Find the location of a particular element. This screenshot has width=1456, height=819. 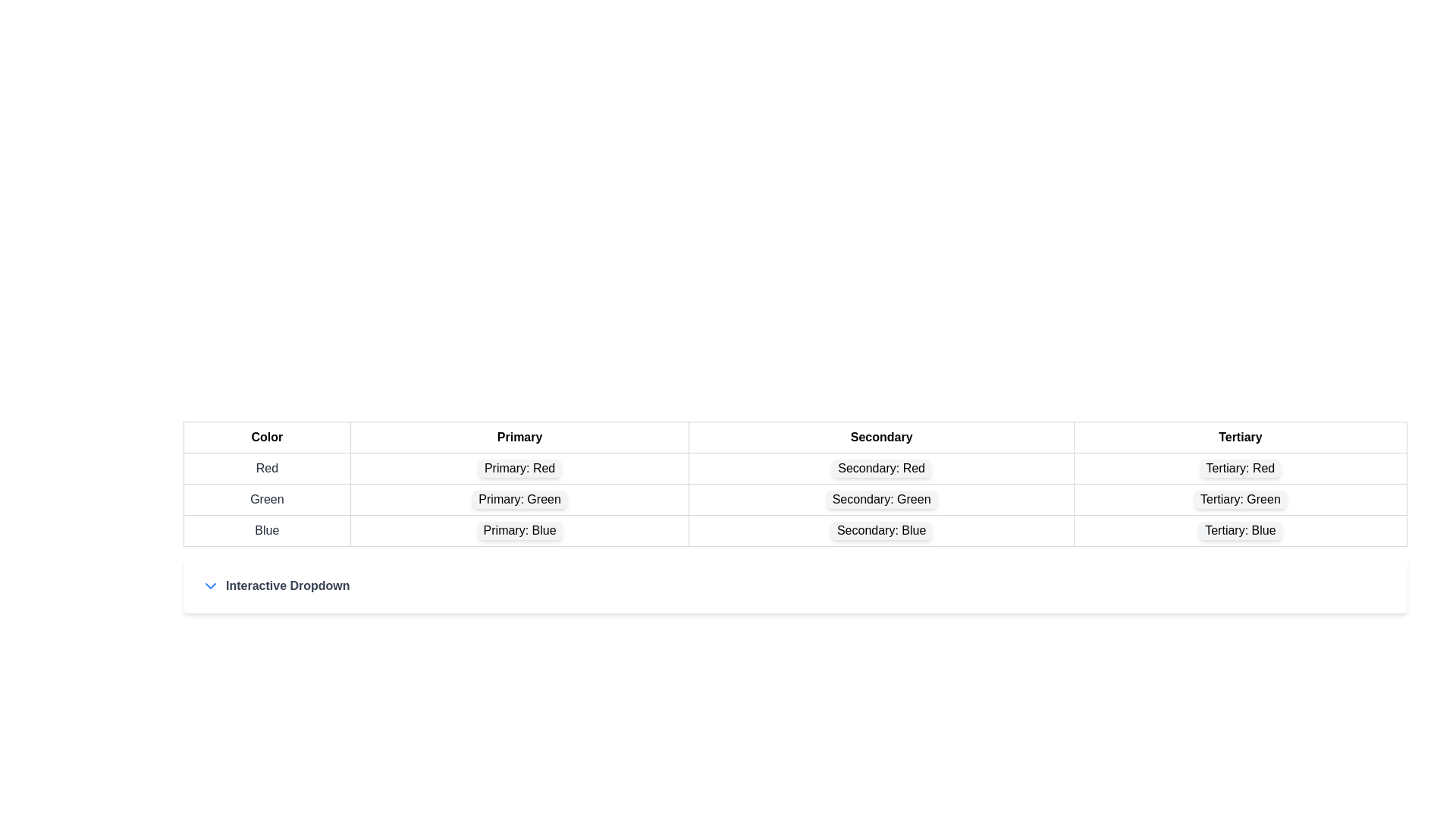

the text label that reads 'Secondary: Green' is located at coordinates (795, 500).